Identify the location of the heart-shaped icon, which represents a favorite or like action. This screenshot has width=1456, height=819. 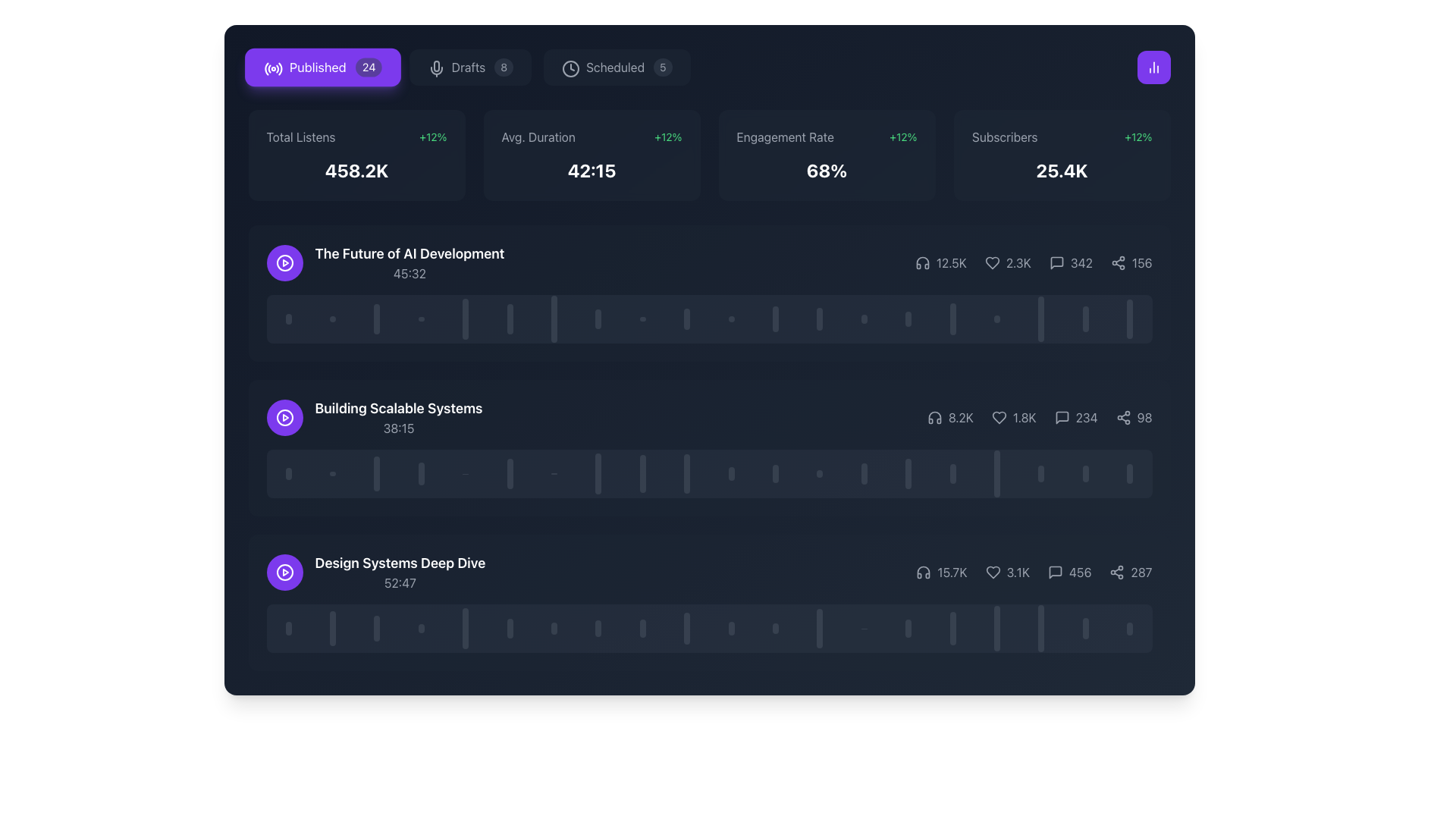
(992, 262).